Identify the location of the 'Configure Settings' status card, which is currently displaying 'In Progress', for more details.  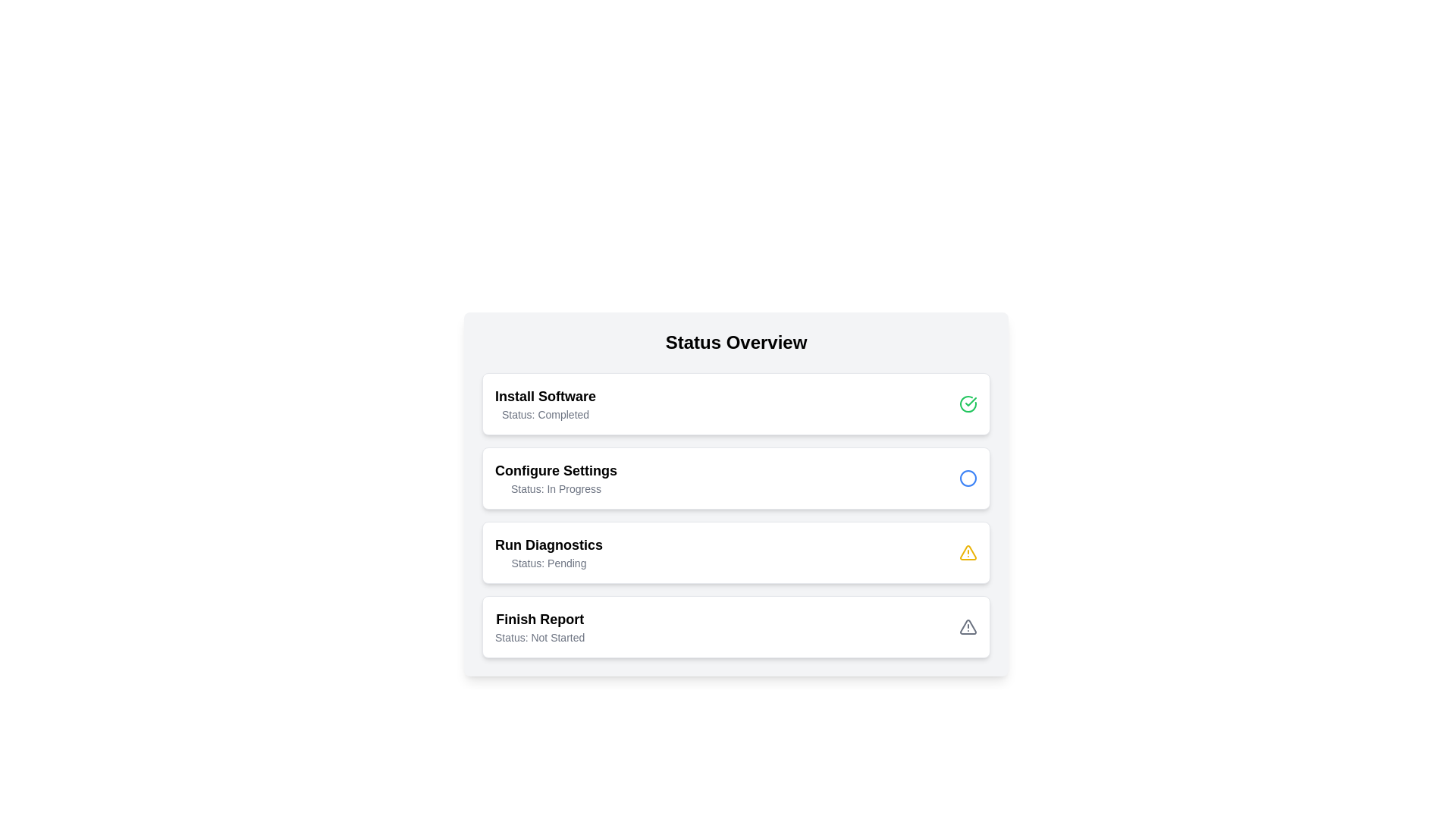
(736, 494).